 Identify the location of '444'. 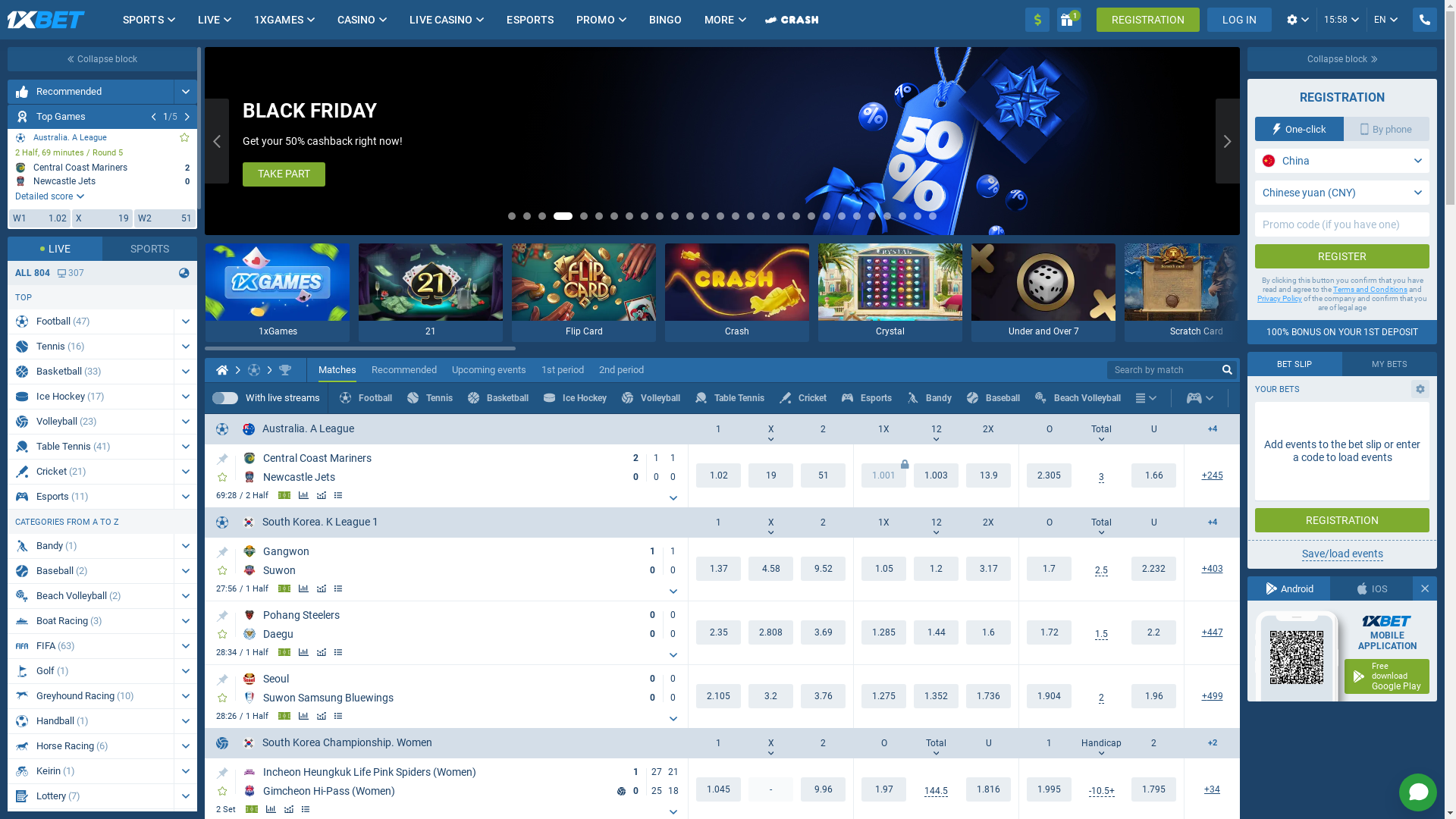
(1211, 632).